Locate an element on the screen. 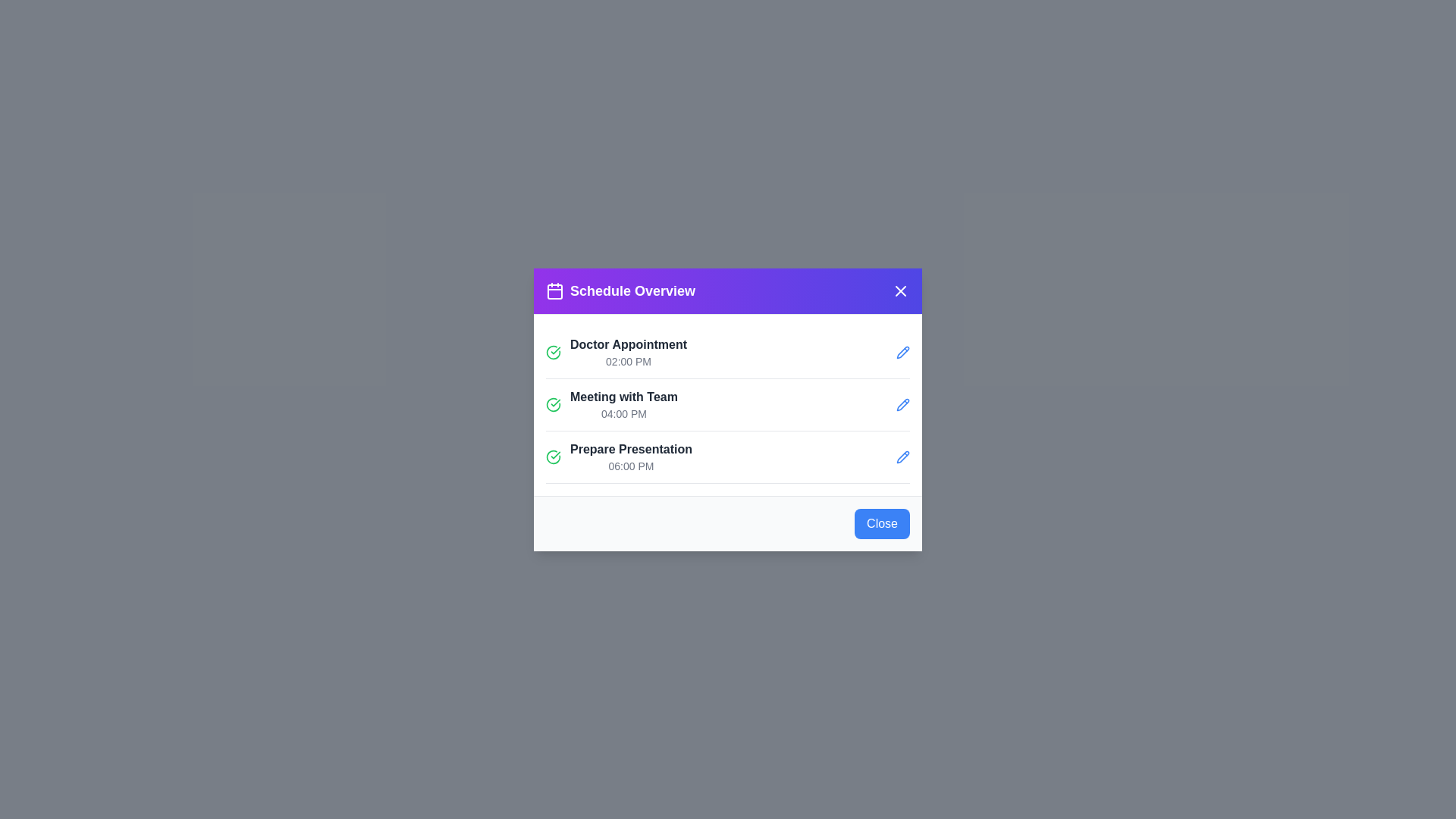 The height and width of the screenshot is (819, 1456). title text 'Schedule Overview' which is styled with bold and large typography and is accompanied by a calendar icon, located in the header bar of a popup window is located at coordinates (620, 290).